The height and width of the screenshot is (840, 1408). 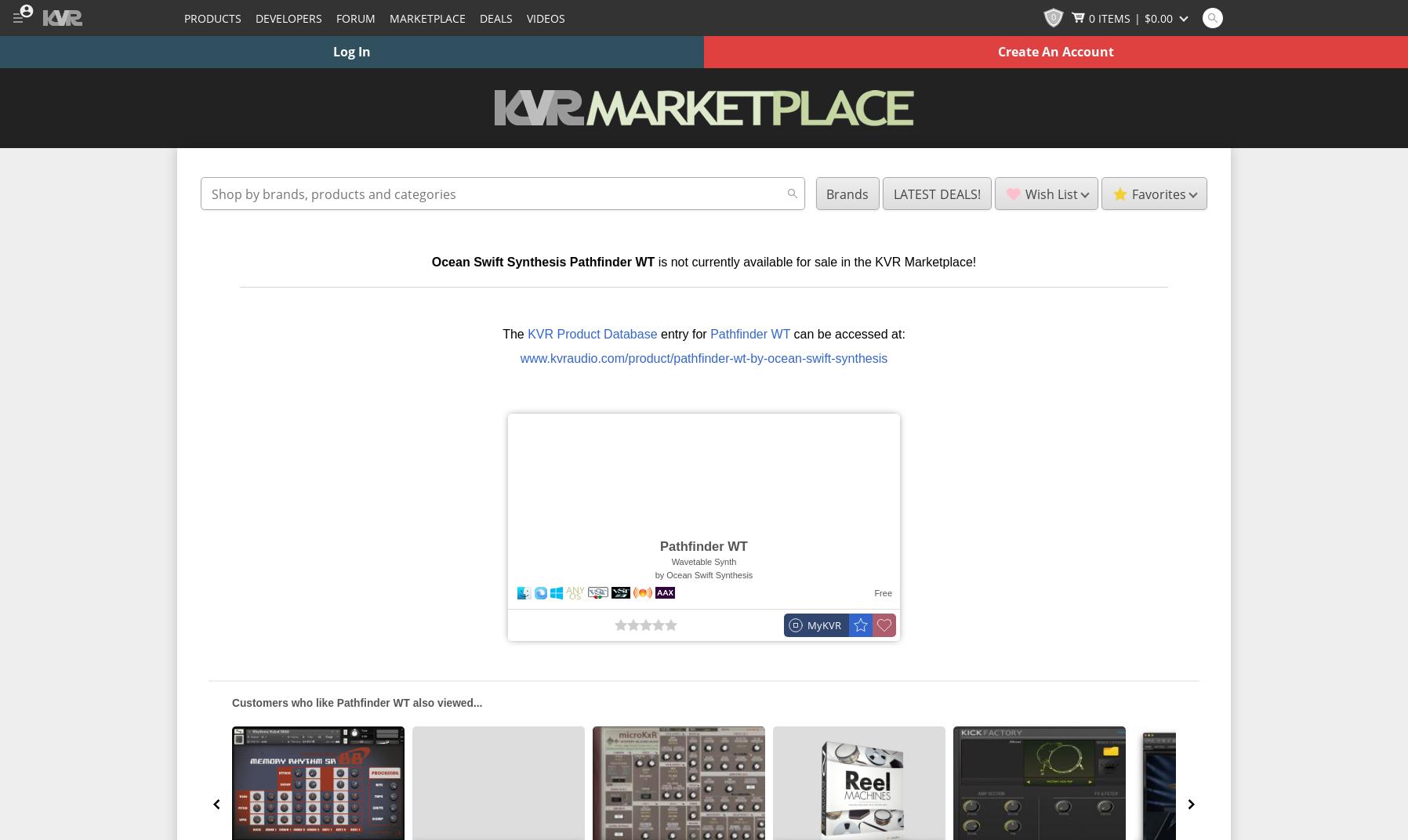 What do you see at coordinates (1146, 16) in the screenshot?
I see `'$'` at bounding box center [1146, 16].